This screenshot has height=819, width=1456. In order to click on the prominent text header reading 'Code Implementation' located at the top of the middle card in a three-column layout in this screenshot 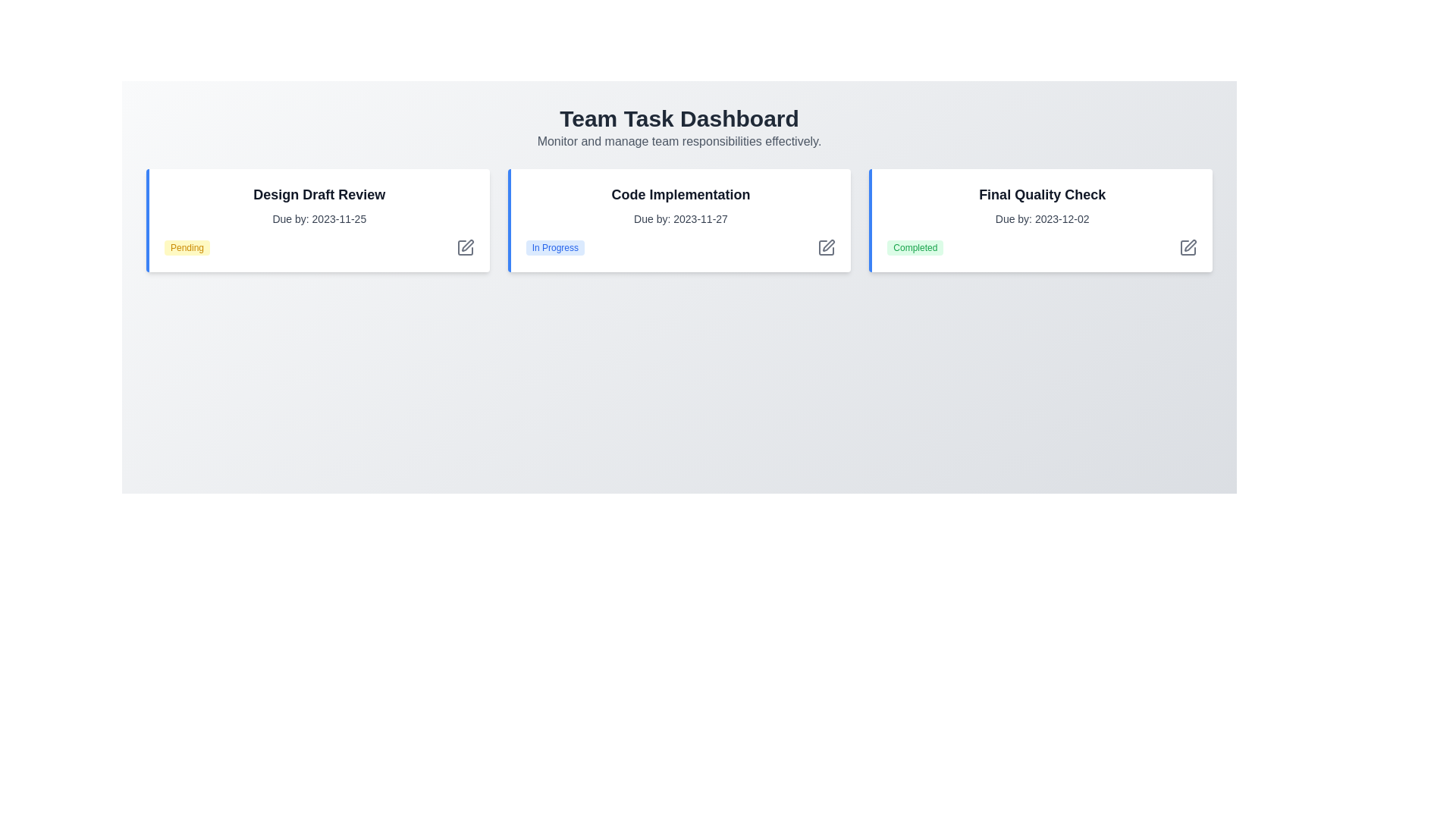, I will do `click(679, 194)`.